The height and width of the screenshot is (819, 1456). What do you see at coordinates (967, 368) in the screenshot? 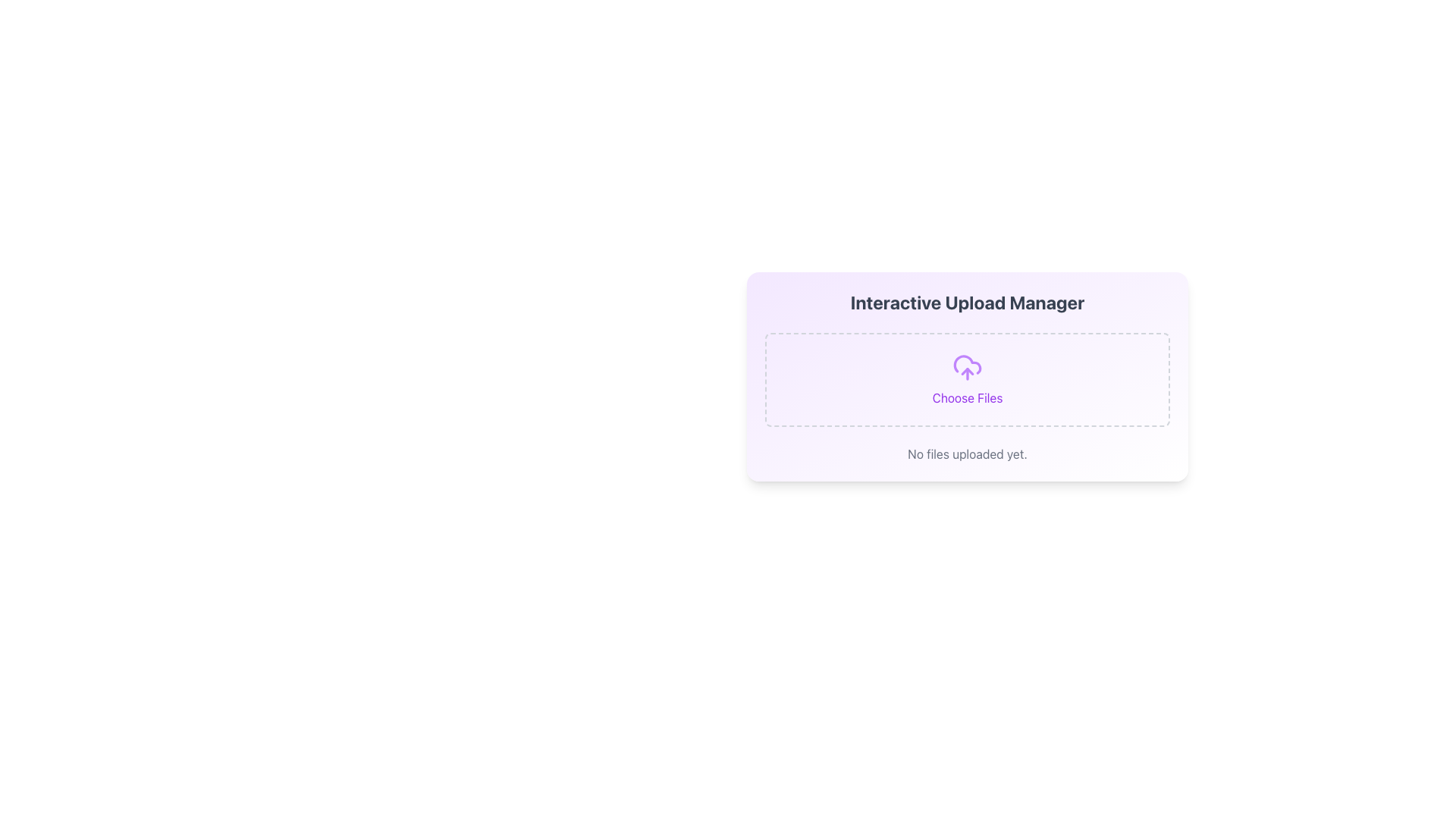
I see `the upload SVG icon located within the dashed-bordered section labeled 'Choose Files' under the 'Interactive Upload Manager' heading` at bounding box center [967, 368].